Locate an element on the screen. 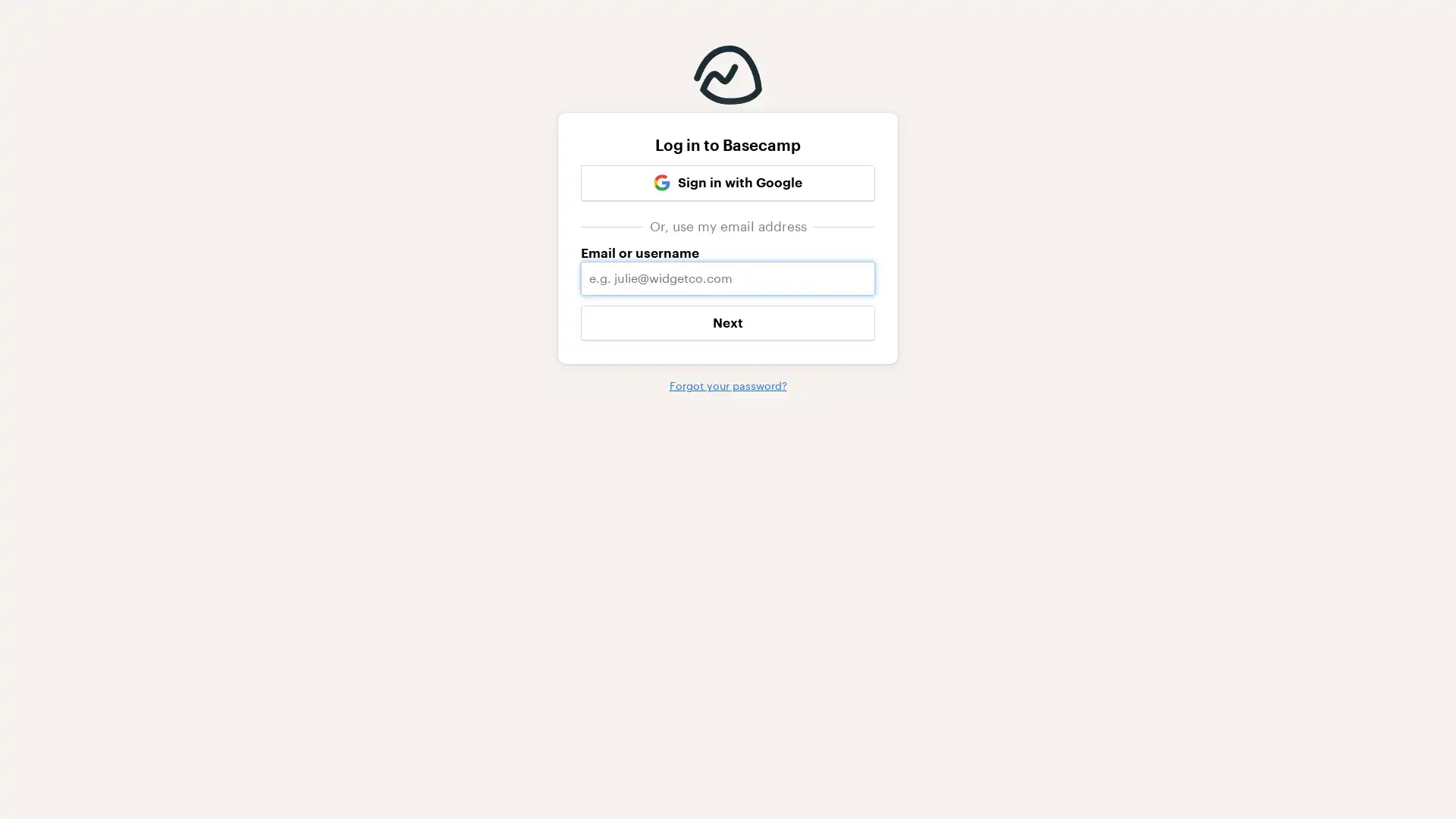 The image size is (1456, 819). Google Sign in with Google is located at coordinates (728, 183).